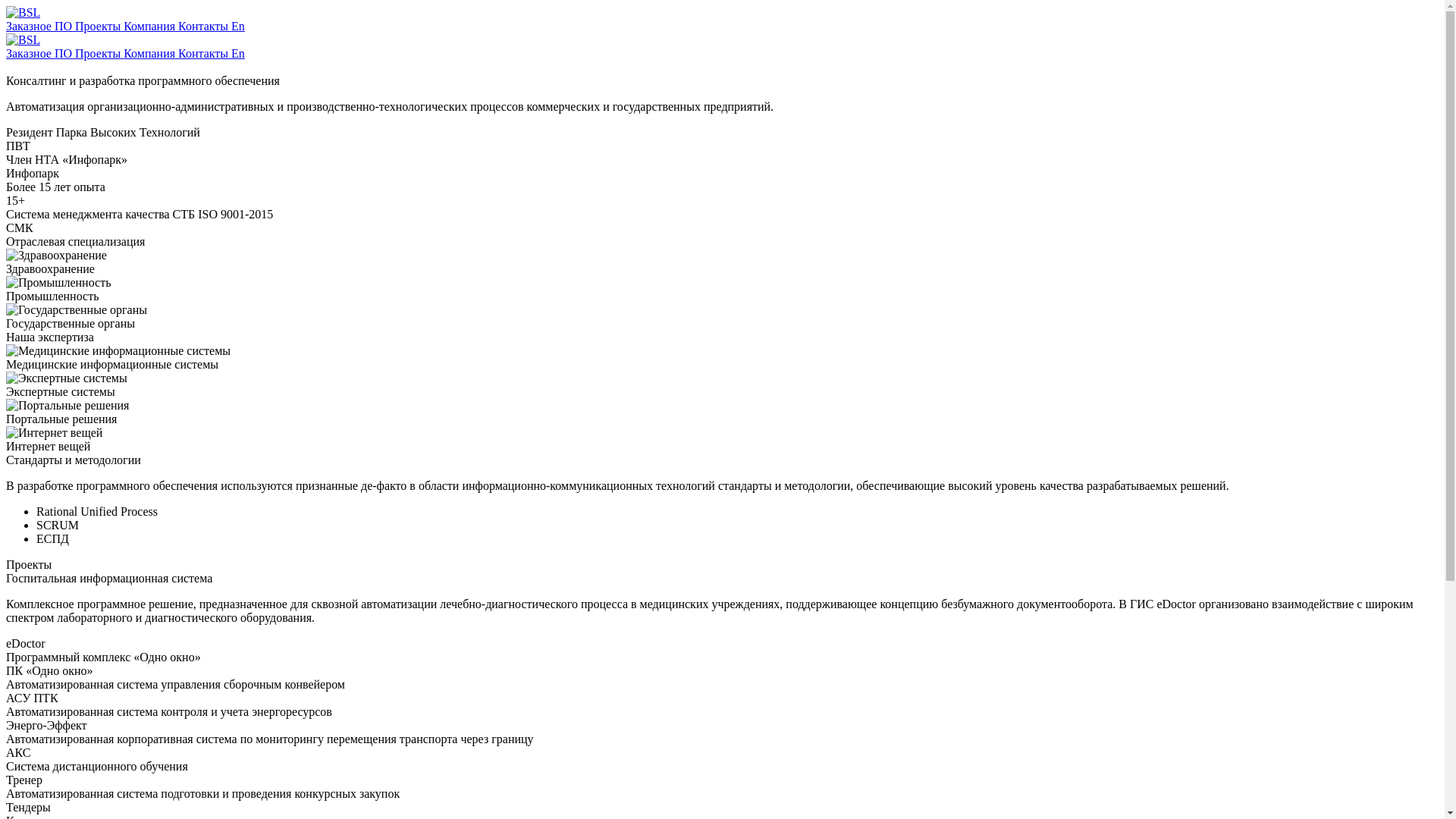 This screenshot has width=1456, height=819. I want to click on 'En', so click(237, 26).